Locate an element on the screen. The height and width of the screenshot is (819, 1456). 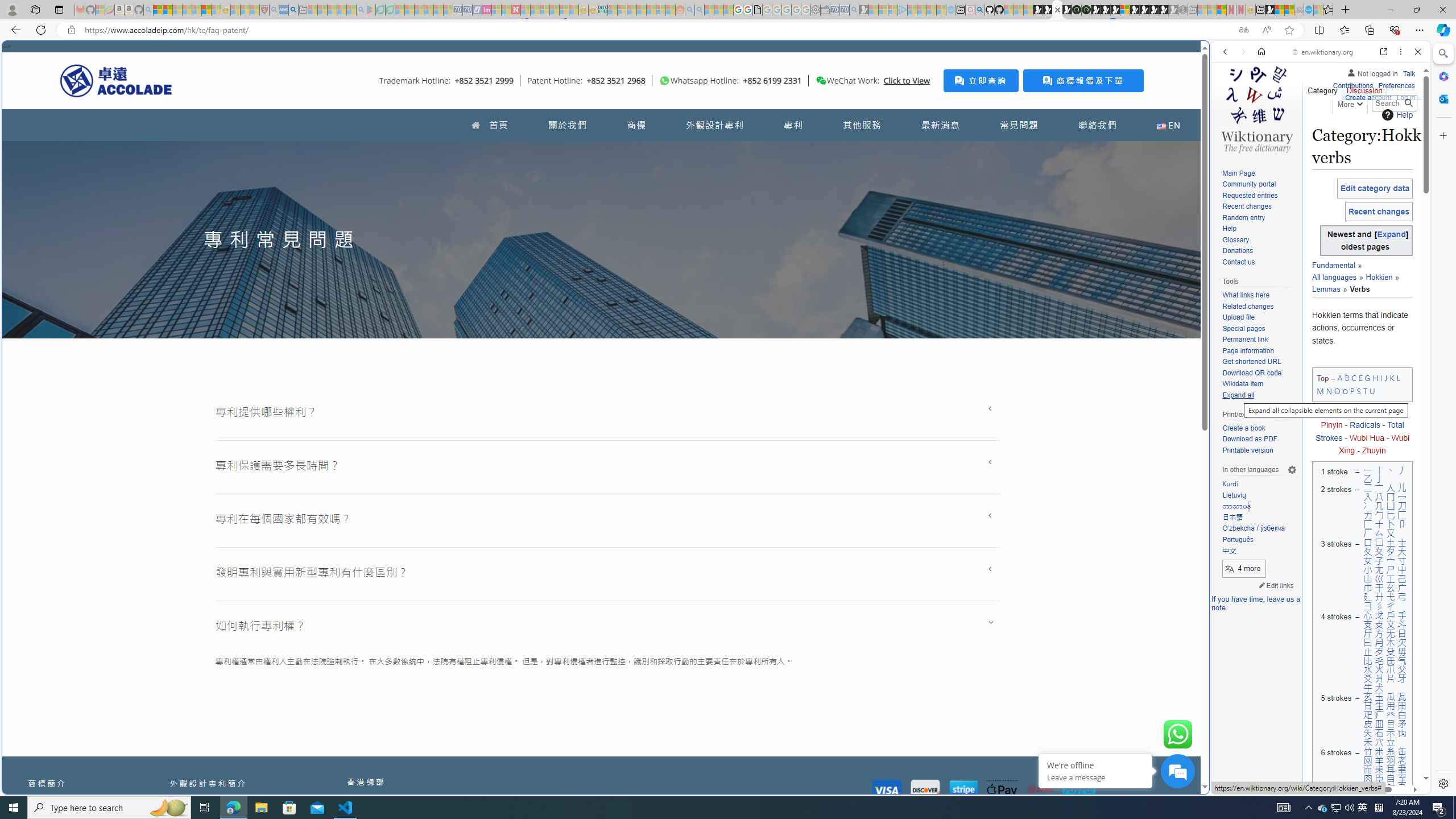
'Main Page' is located at coordinates (1259, 173).